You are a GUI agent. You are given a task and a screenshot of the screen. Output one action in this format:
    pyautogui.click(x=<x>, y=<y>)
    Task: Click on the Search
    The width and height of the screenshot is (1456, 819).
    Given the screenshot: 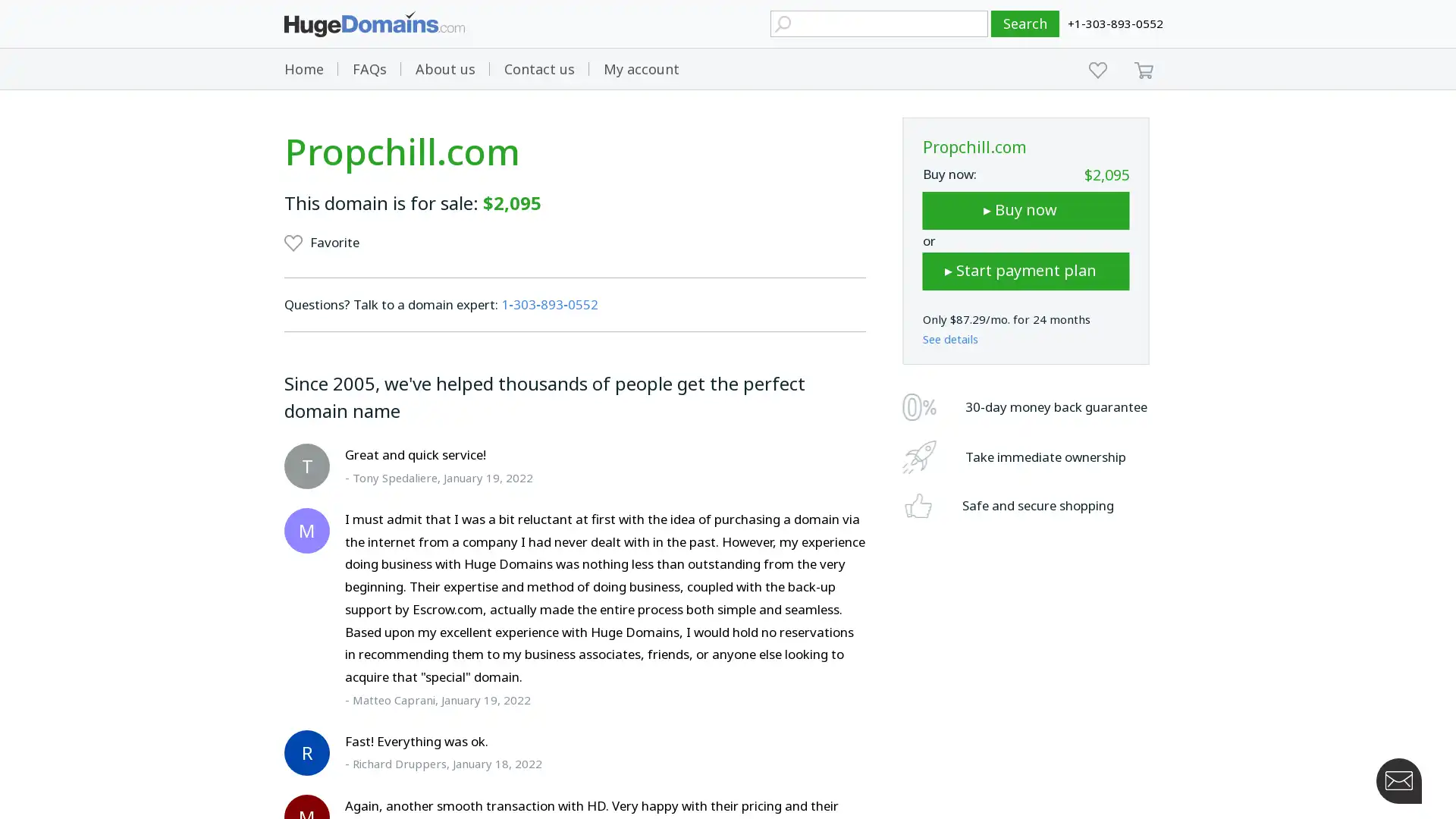 What is the action you would take?
    pyautogui.click(x=1025, y=24)
    